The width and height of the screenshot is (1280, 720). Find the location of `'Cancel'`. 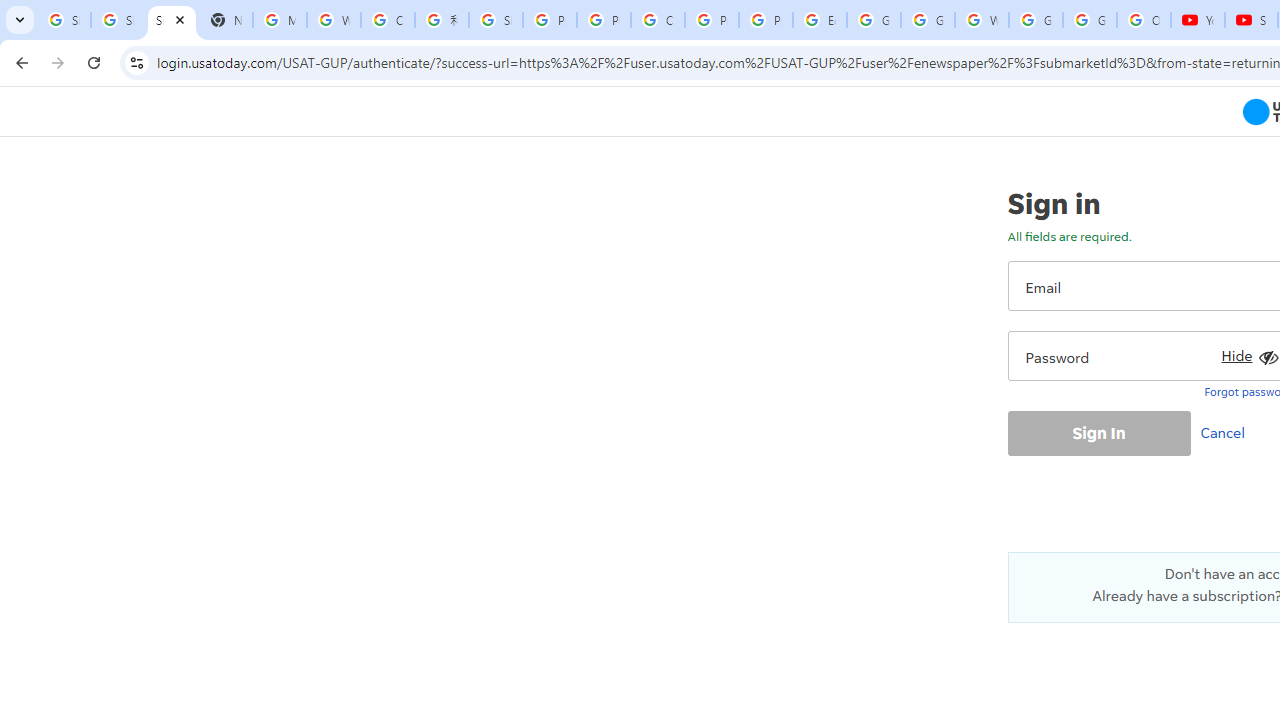

'Cancel' is located at coordinates (1226, 431).